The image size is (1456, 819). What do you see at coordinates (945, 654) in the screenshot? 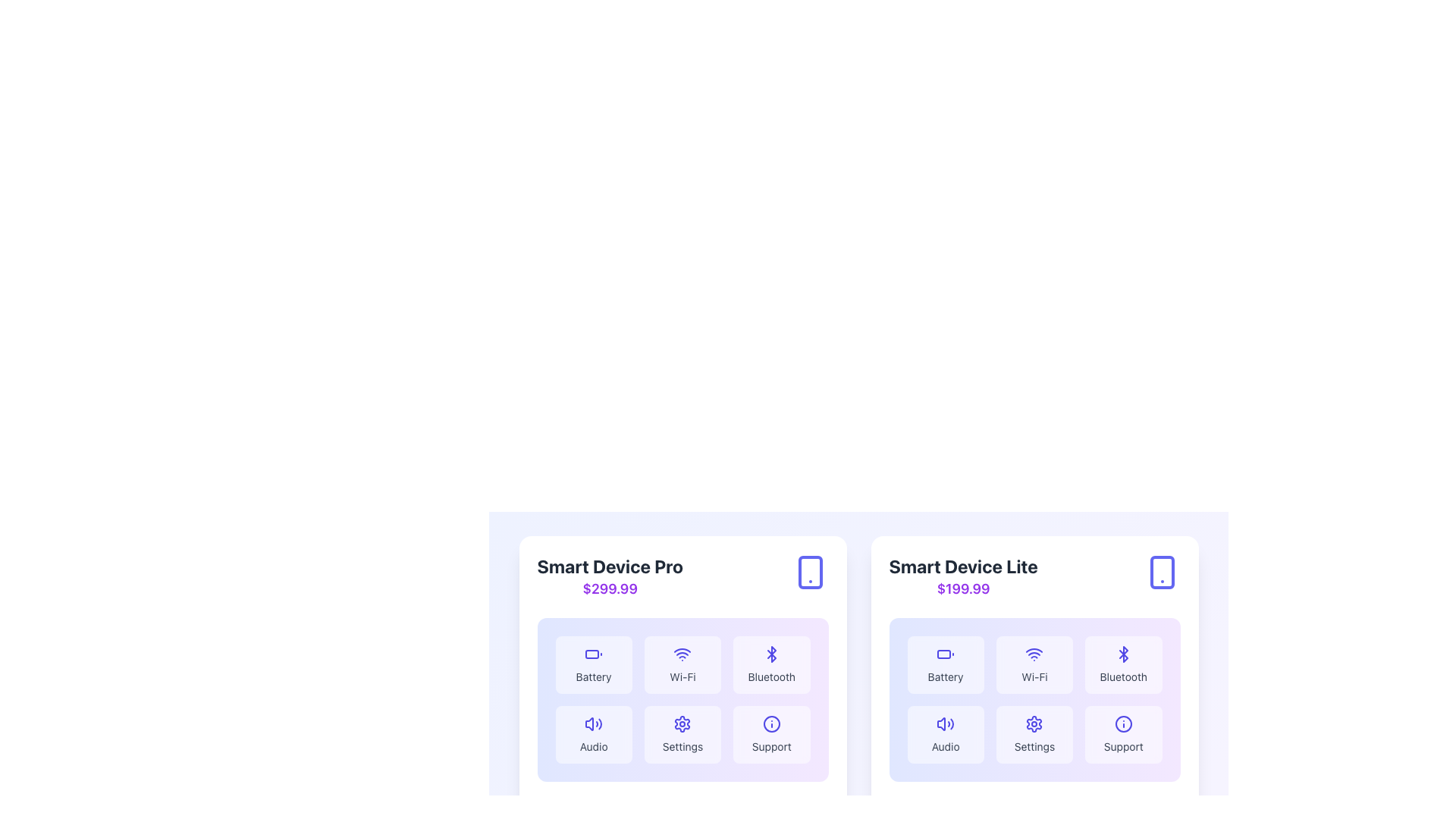
I see `the battery-like icon outlined in deep indigo color, located in the top left corner of the grid in the card titled 'Smart Device Lite', above the label 'Battery'` at bounding box center [945, 654].